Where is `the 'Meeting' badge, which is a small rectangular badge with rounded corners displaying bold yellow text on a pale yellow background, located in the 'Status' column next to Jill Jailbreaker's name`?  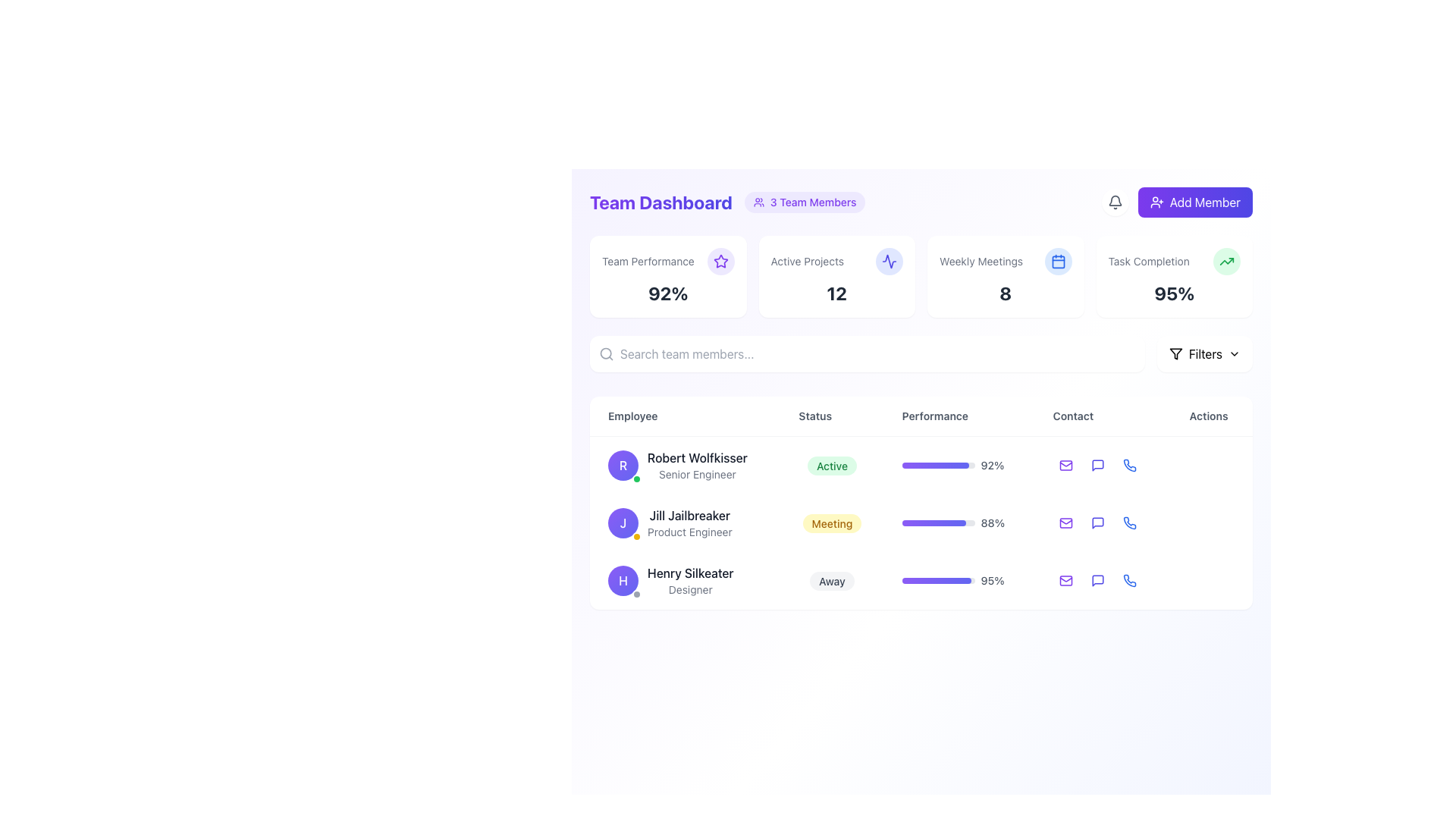
the 'Meeting' badge, which is a small rectangular badge with rounded corners displaying bold yellow text on a pale yellow background, located in the 'Status' column next to Jill Jailbreaker's name is located at coordinates (831, 522).